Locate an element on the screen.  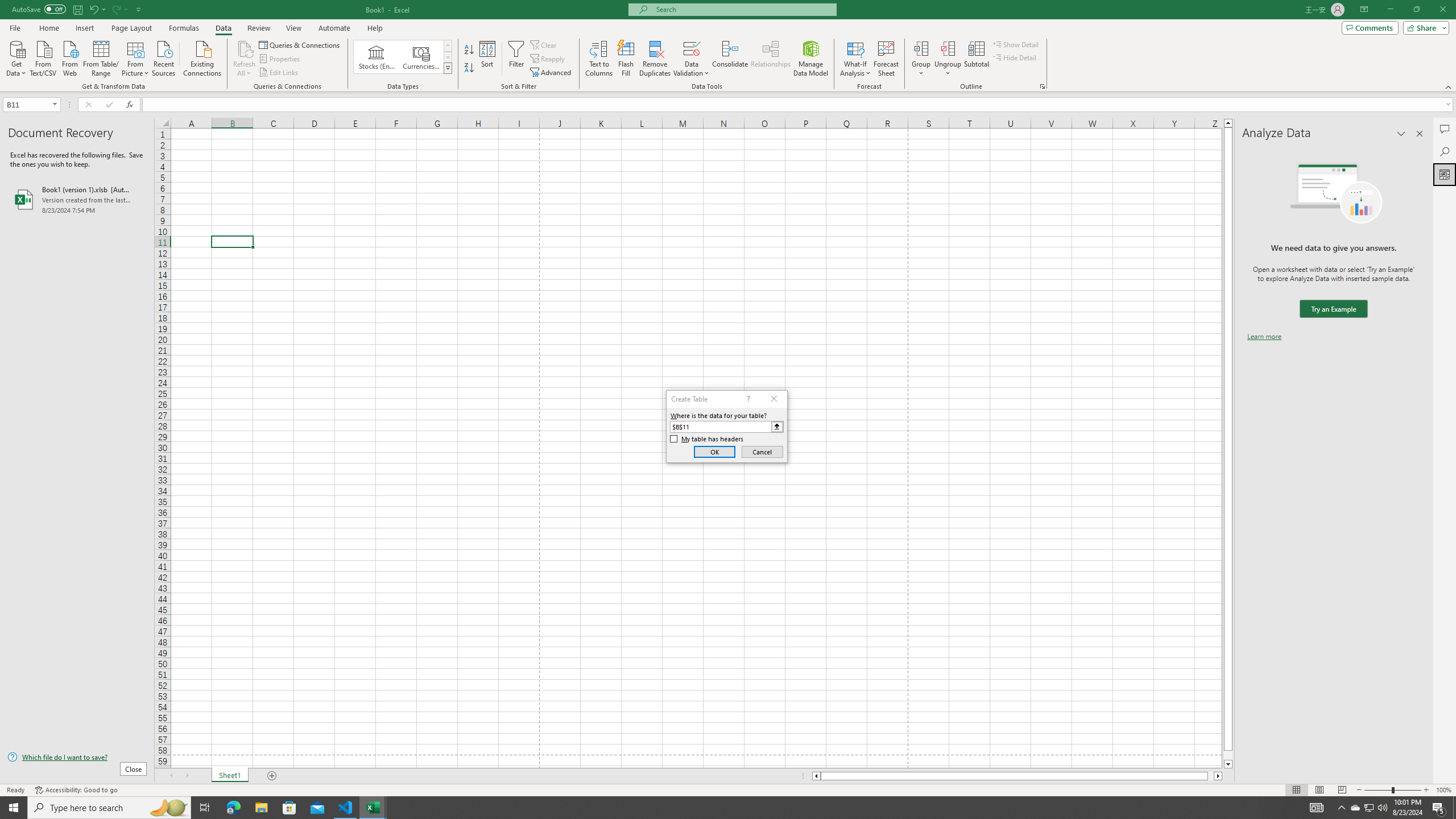
'Row Down' is located at coordinates (448, 56).